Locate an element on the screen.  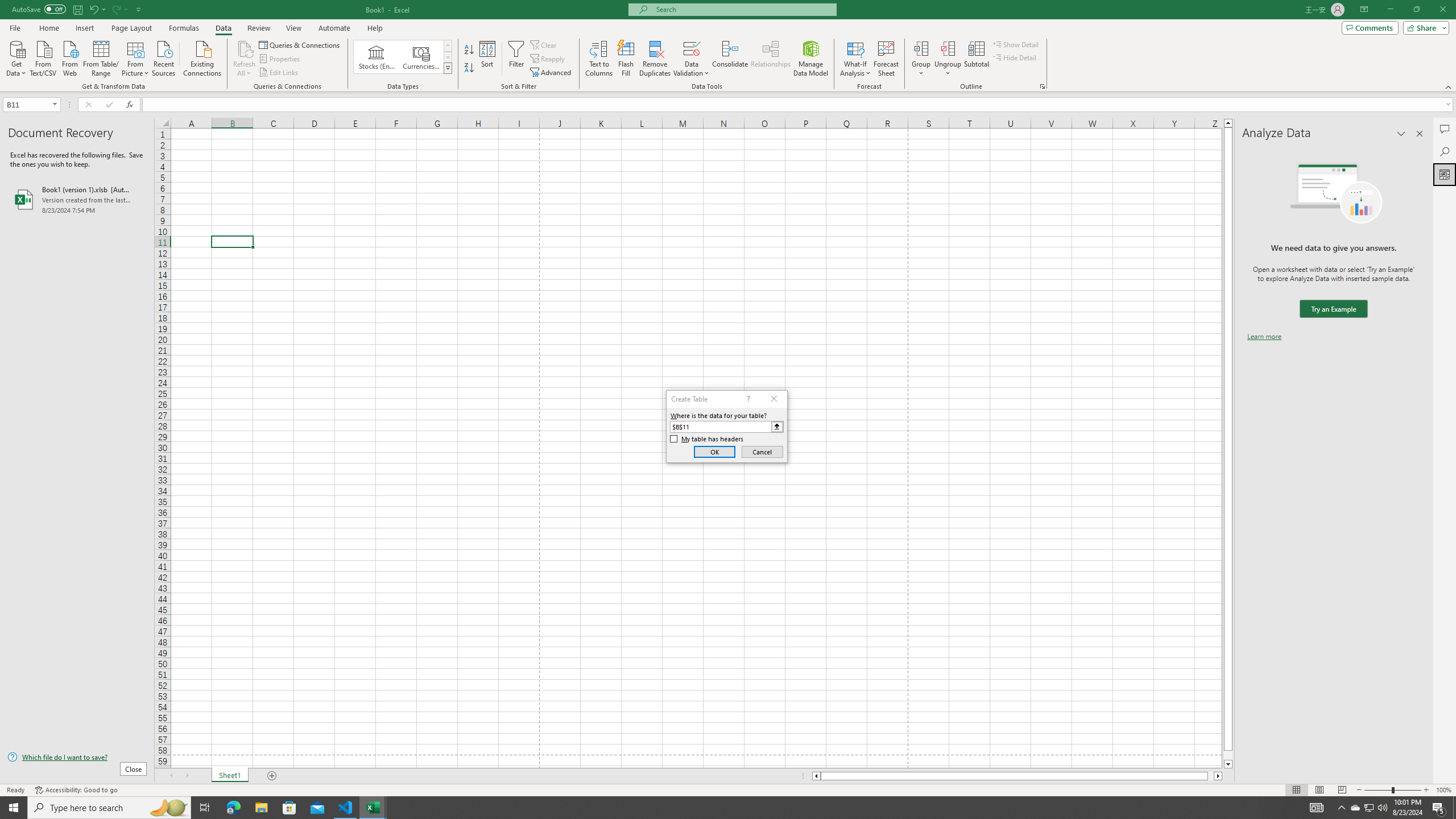
'Row Down' is located at coordinates (448, 56).